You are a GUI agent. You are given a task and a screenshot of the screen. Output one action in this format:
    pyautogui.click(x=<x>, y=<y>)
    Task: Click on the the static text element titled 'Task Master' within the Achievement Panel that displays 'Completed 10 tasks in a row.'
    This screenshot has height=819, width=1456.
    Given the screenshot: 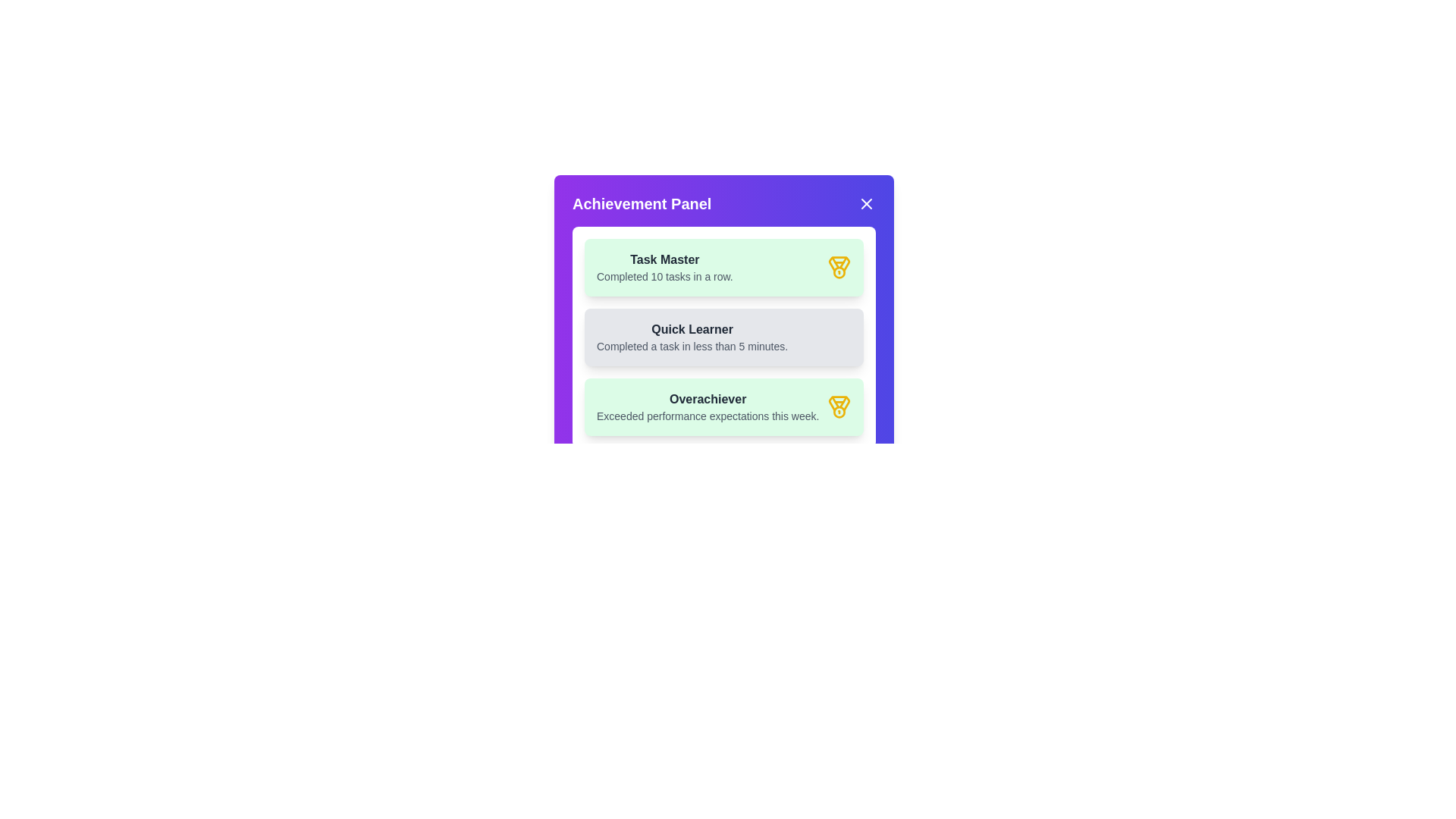 What is the action you would take?
    pyautogui.click(x=664, y=267)
    